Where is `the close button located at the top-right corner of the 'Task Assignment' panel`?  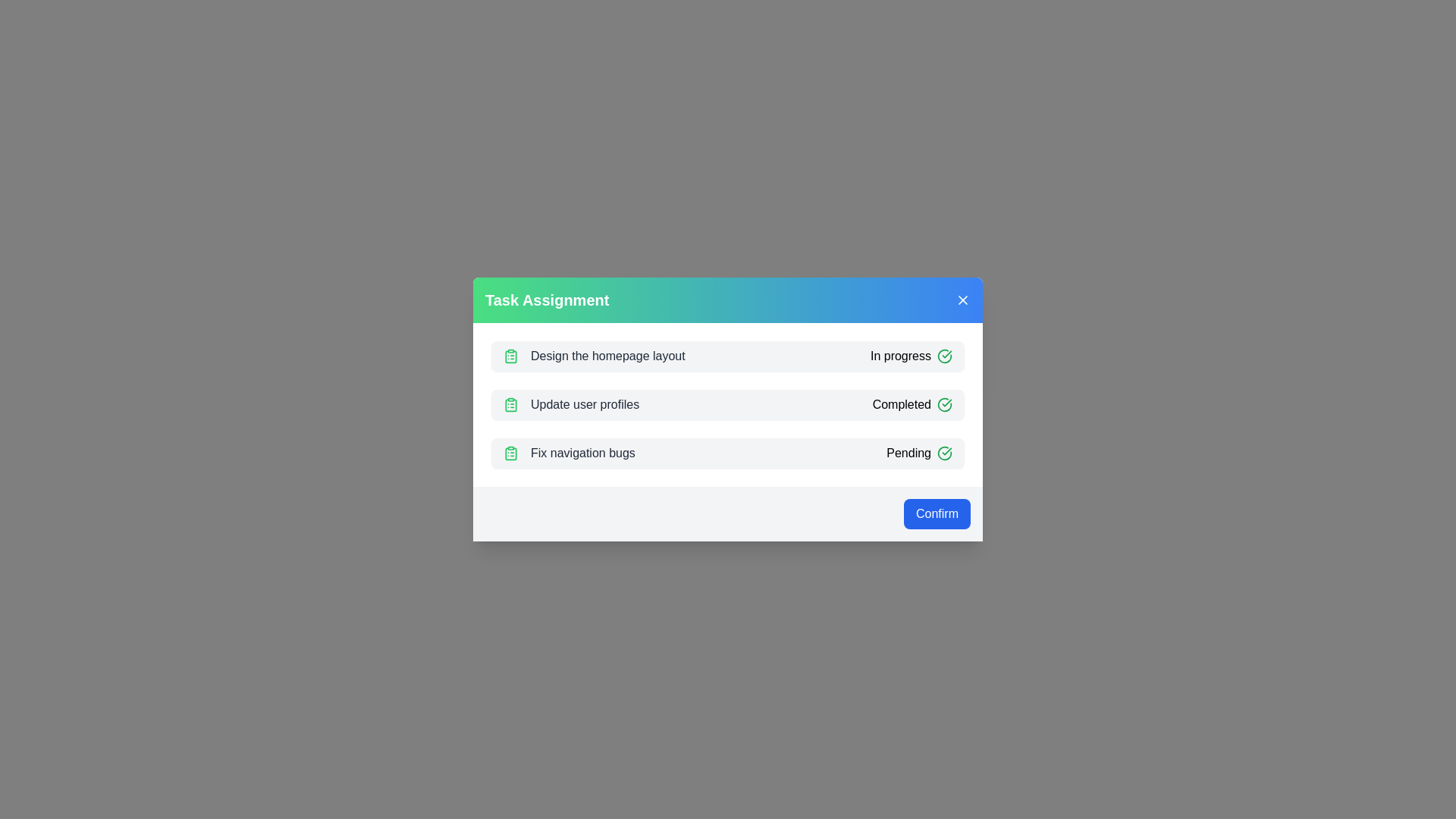
the close button located at the top-right corner of the 'Task Assignment' panel is located at coordinates (962, 300).